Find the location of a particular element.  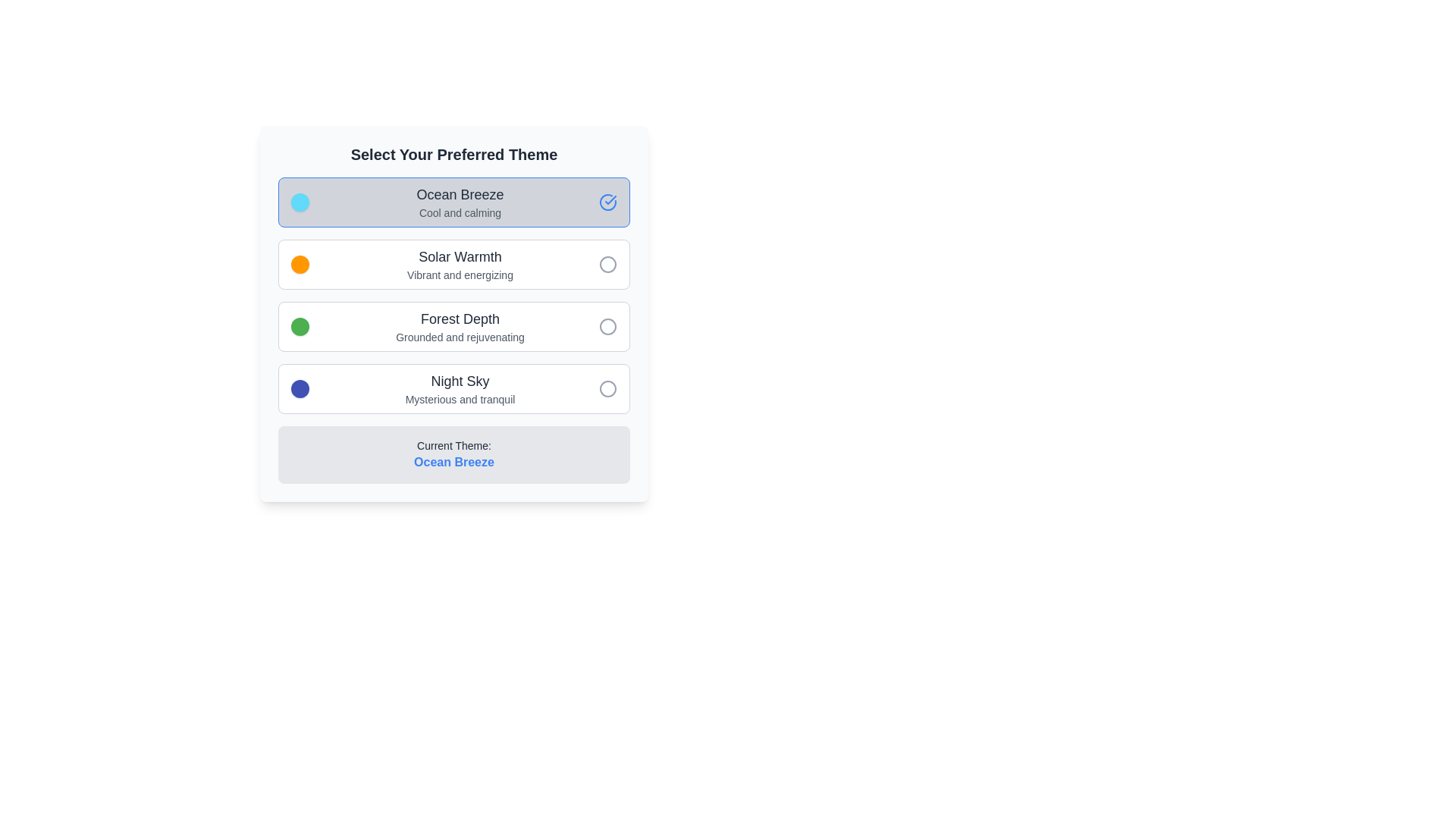

the text label that serves as the title for the third theme option, positioned above the description 'Grounded and rejuvenating' is located at coordinates (459, 318).